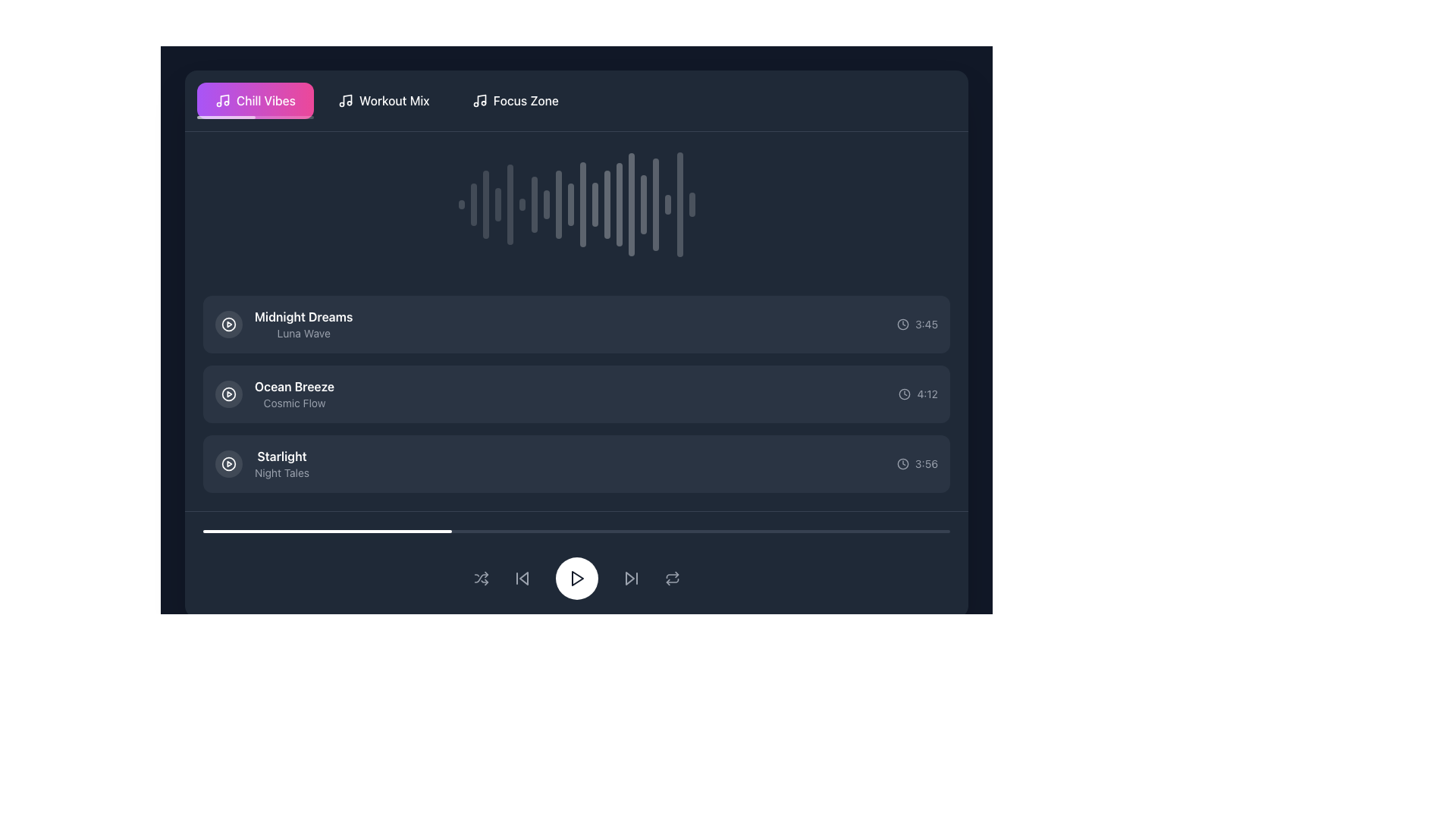 The width and height of the screenshot is (1456, 819). Describe the element at coordinates (522, 205) in the screenshot. I see `the sixth vertical bar from the left in the audio visualizer at the top-center of the playback interface` at that location.